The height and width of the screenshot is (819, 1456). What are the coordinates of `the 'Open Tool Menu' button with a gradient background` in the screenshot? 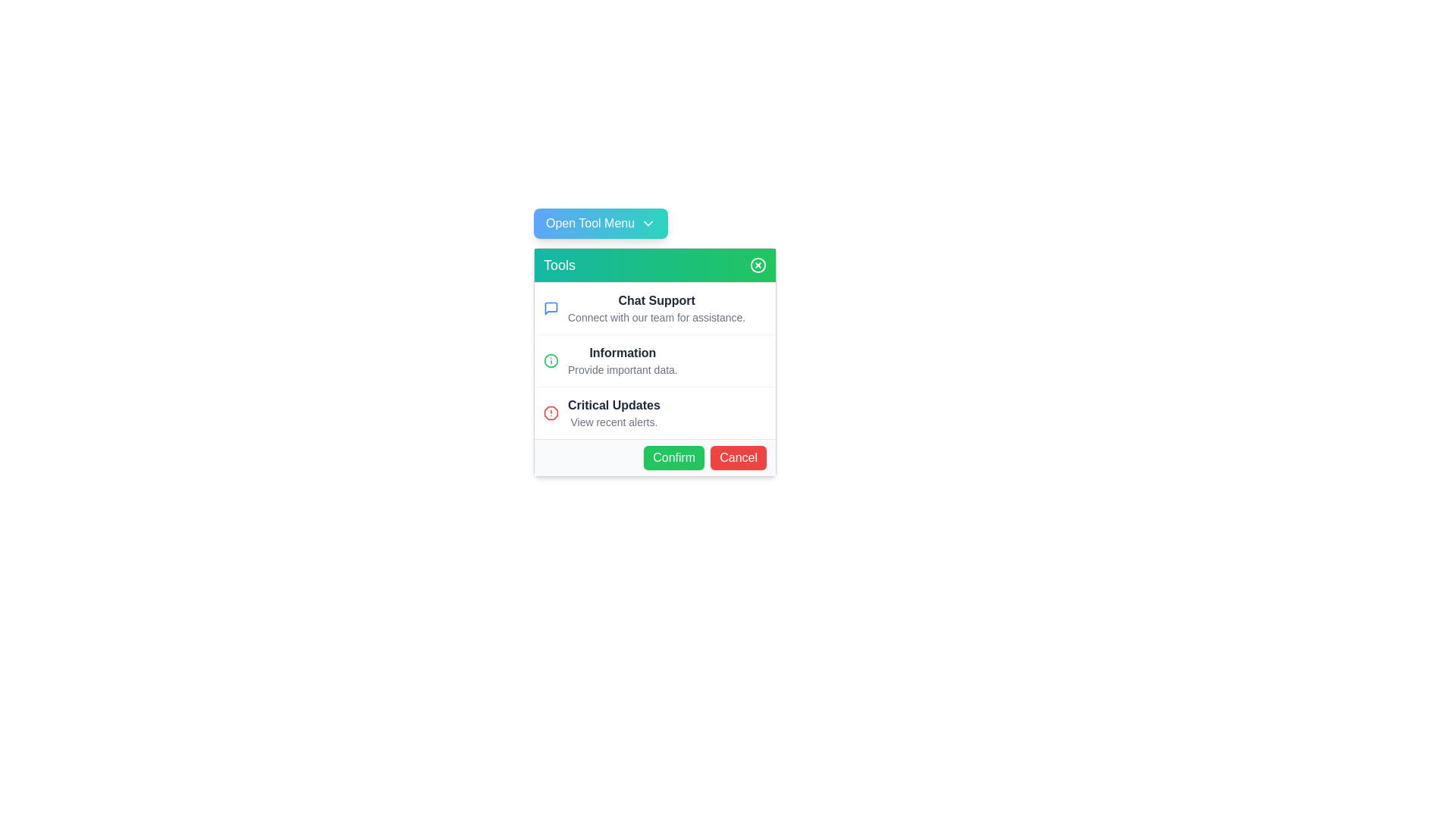 It's located at (600, 223).